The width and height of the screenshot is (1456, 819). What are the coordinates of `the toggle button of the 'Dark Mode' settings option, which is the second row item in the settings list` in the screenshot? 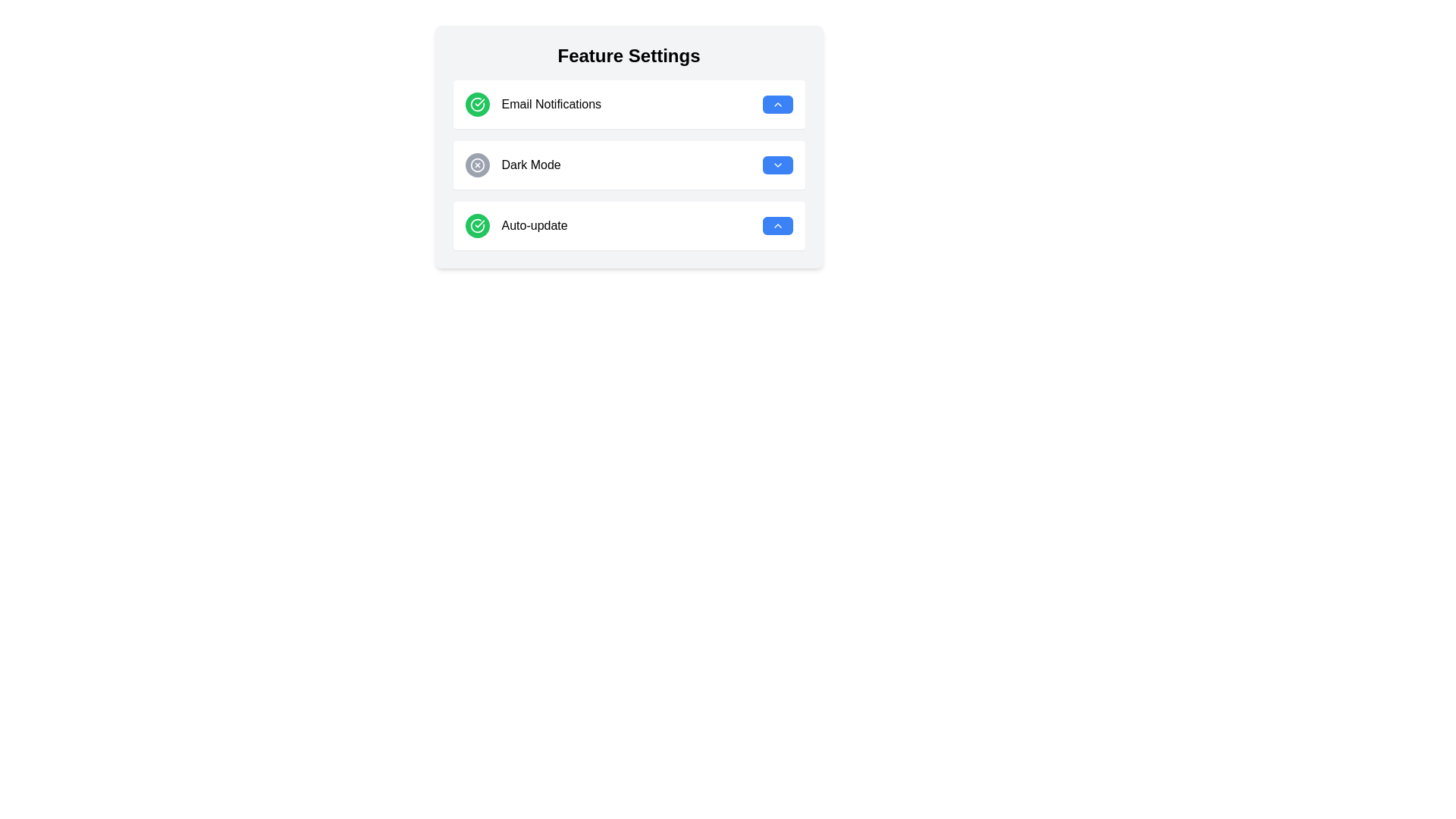 It's located at (629, 165).